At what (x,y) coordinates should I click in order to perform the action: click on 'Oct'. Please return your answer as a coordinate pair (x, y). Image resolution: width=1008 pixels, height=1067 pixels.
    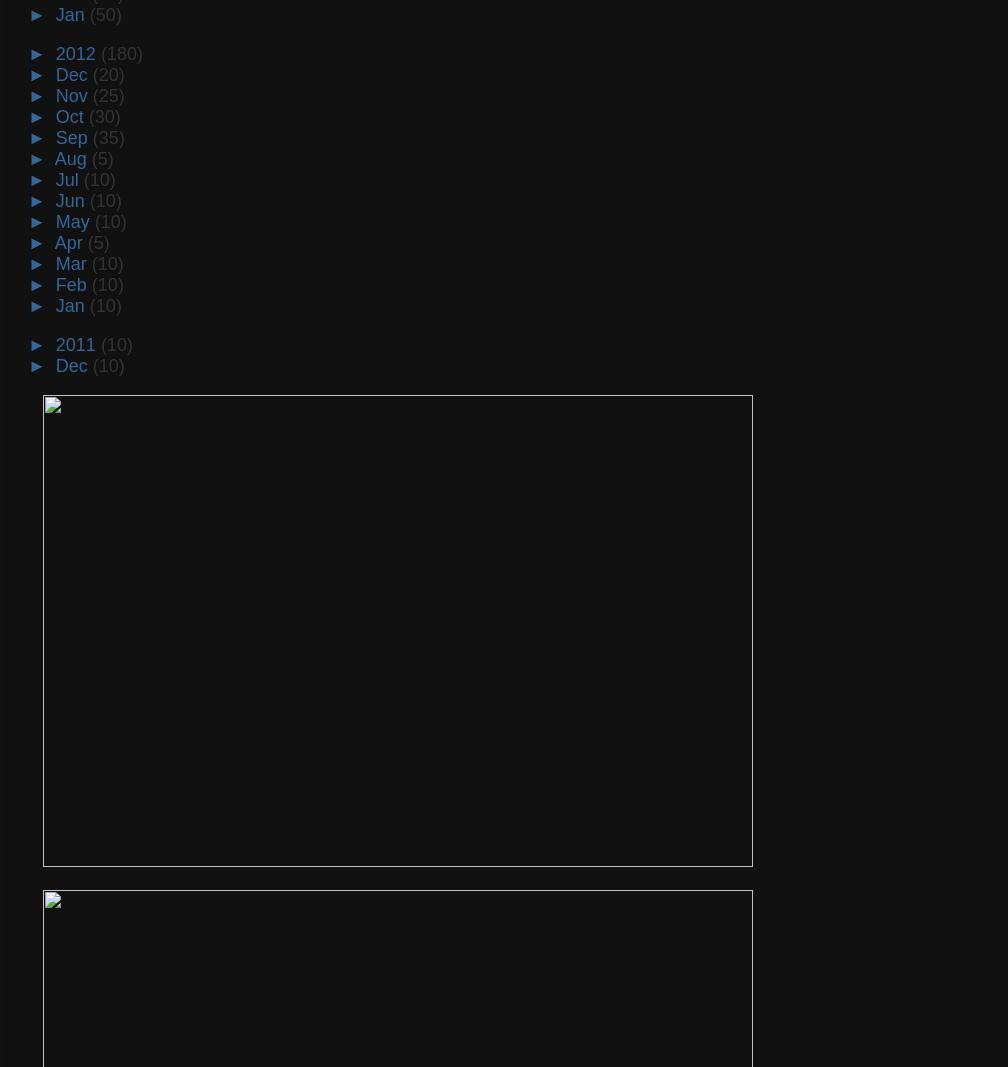
    Looking at the image, I should click on (55, 114).